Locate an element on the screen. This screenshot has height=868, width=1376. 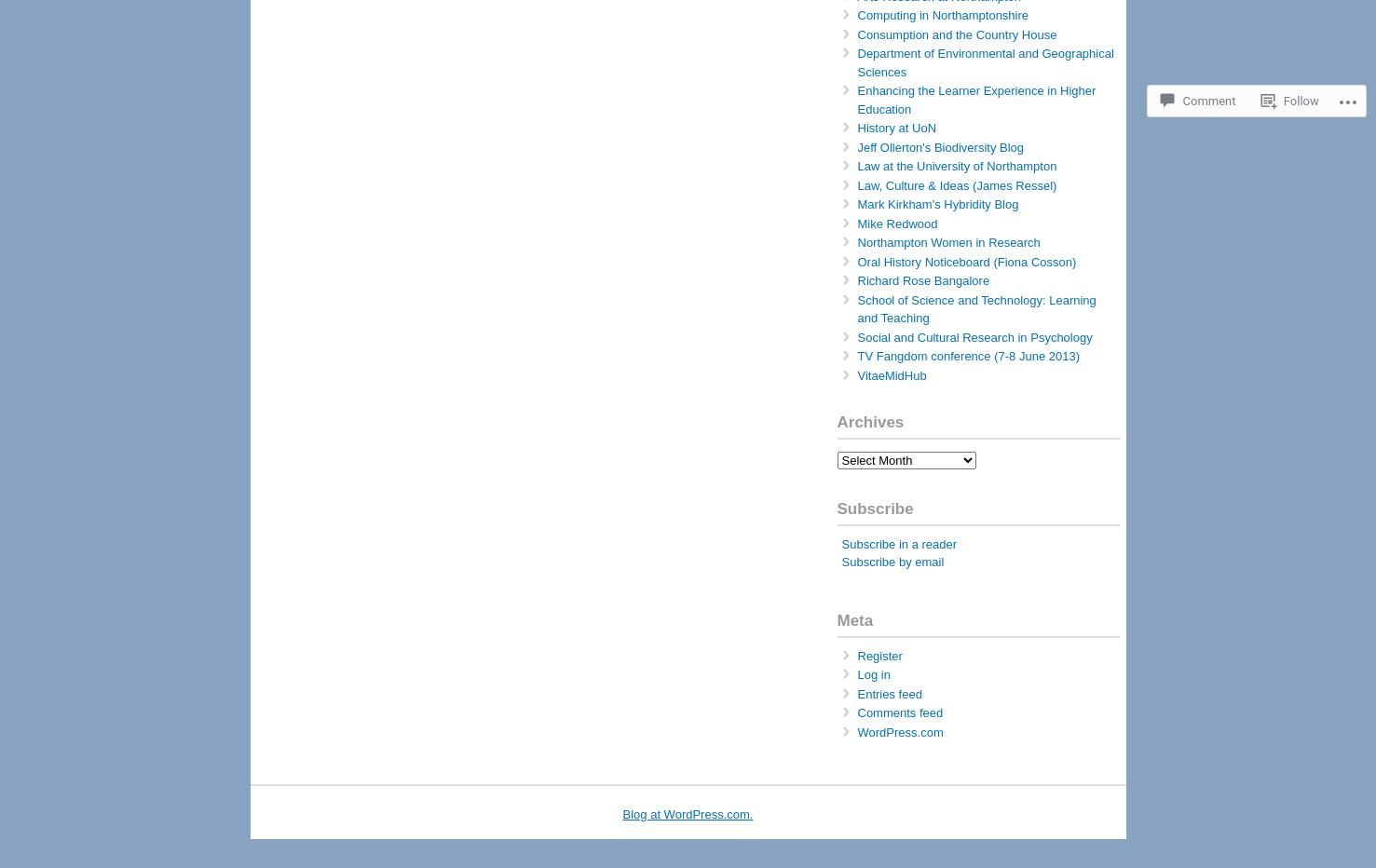
'Entries feed' is located at coordinates (888, 692).